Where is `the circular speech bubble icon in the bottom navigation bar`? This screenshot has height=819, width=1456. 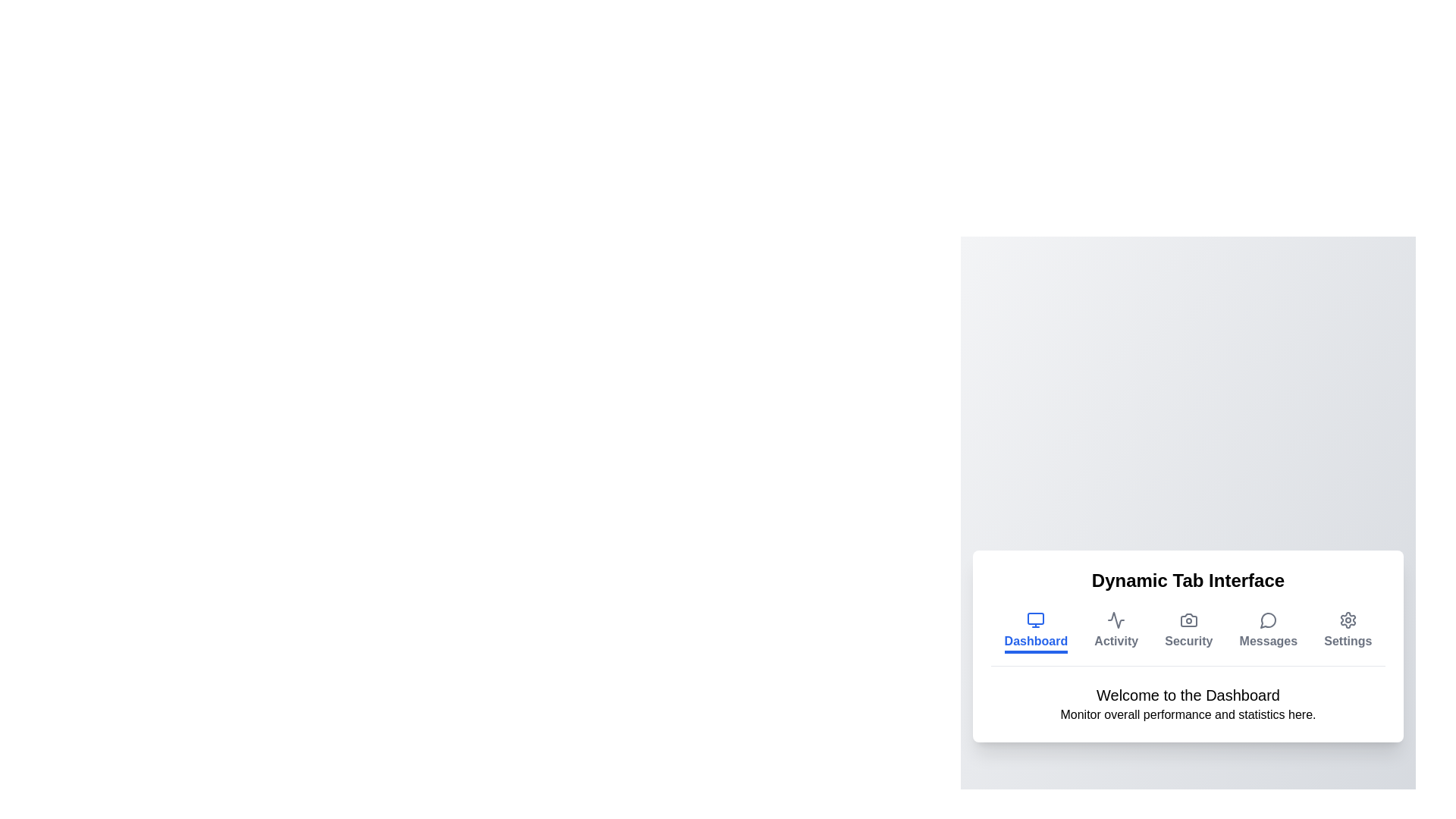
the circular speech bubble icon in the bottom navigation bar is located at coordinates (1268, 620).